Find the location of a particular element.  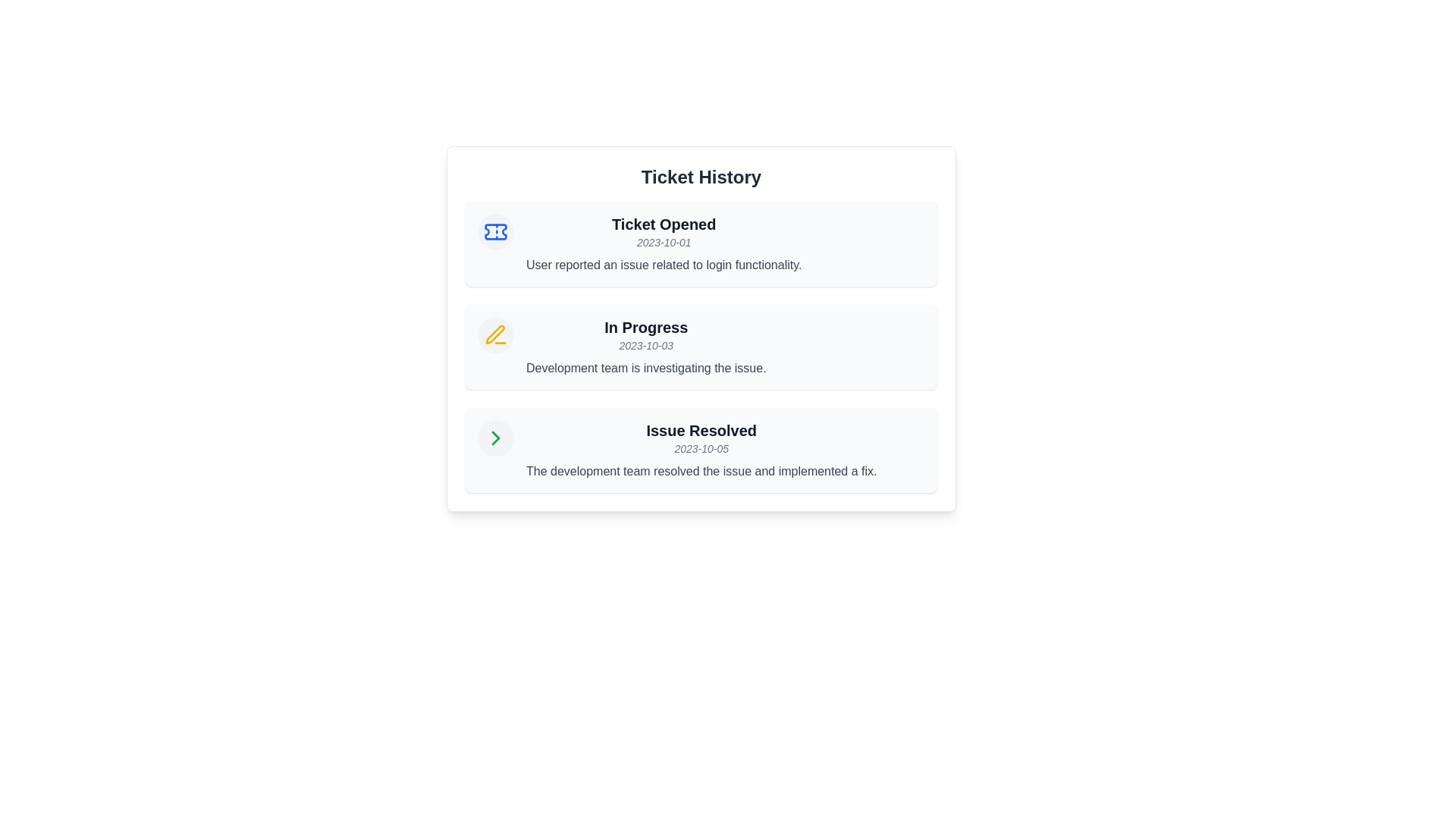

the ticket icon located to the left of the 'Ticket Opened' text in the Ticket History interface is located at coordinates (495, 231).